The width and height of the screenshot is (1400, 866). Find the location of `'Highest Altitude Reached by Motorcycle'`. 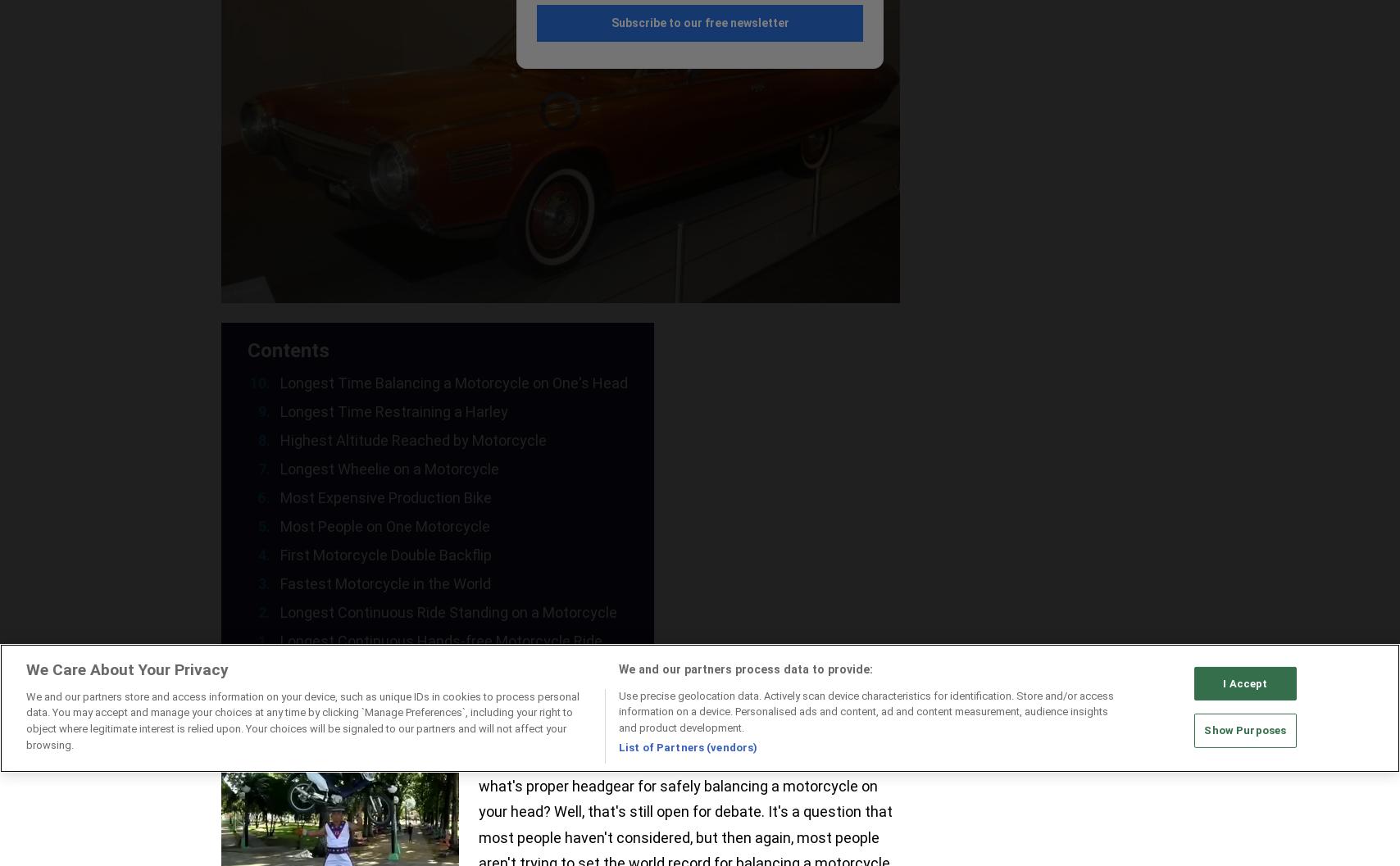

'Highest Altitude Reached by Motorcycle' is located at coordinates (280, 439).